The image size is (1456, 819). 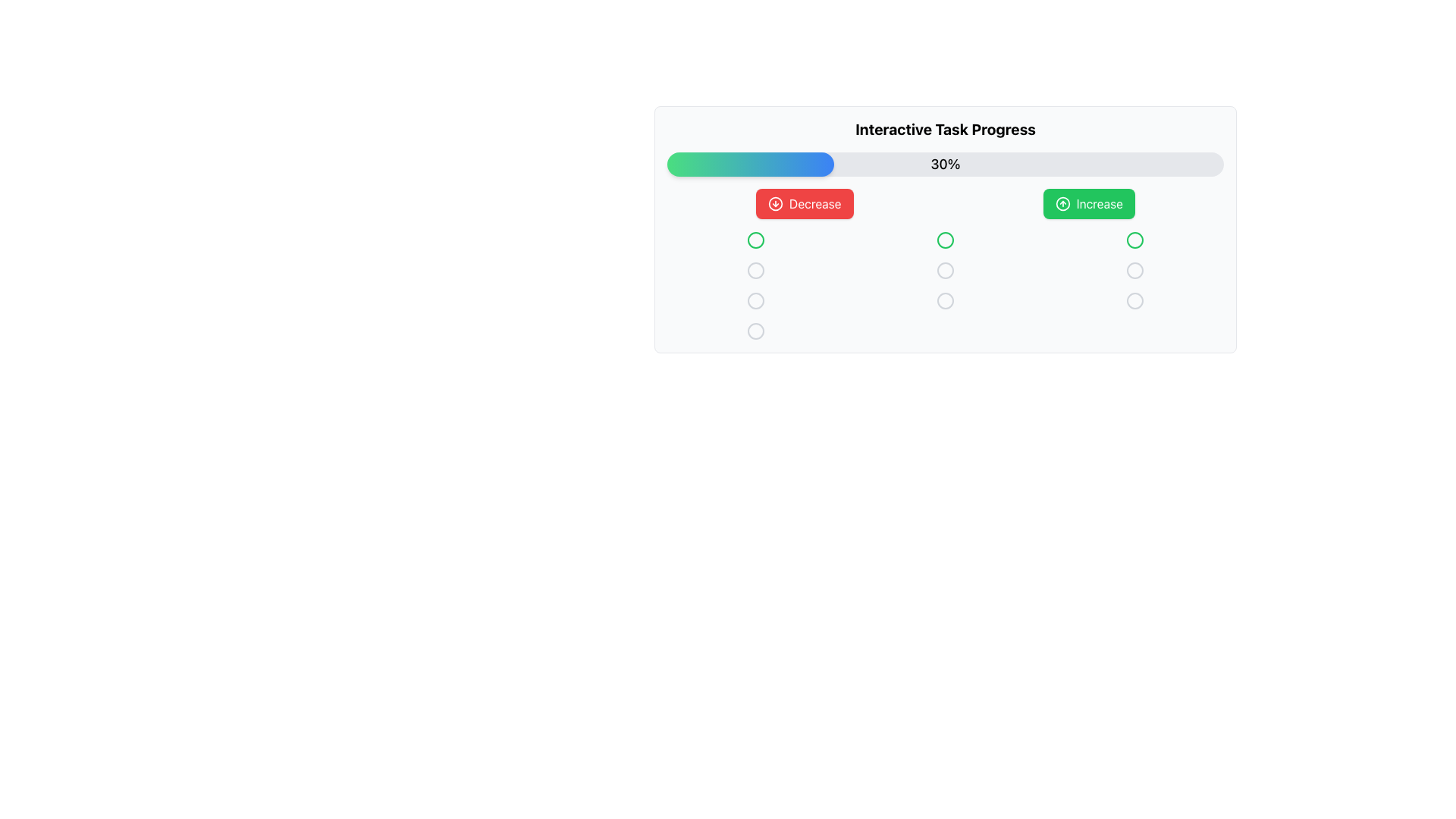 What do you see at coordinates (756, 330) in the screenshot?
I see `the inactive radio button located in the first column of the bottom-most row of a 3-column grid layout` at bounding box center [756, 330].